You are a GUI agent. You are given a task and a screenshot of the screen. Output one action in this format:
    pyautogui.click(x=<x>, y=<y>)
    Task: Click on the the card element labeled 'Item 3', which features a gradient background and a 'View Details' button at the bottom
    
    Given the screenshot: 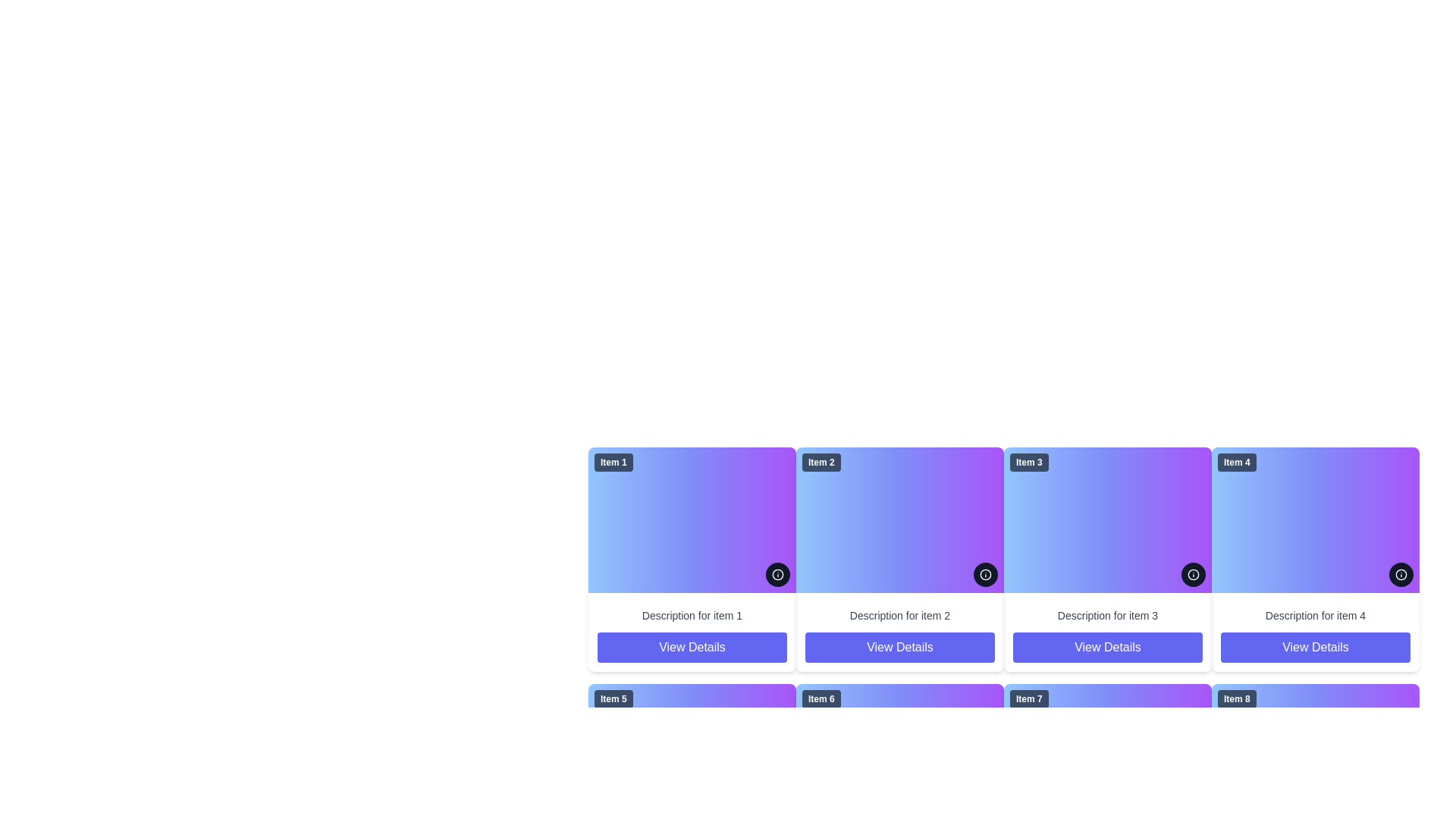 What is the action you would take?
    pyautogui.click(x=1107, y=559)
    